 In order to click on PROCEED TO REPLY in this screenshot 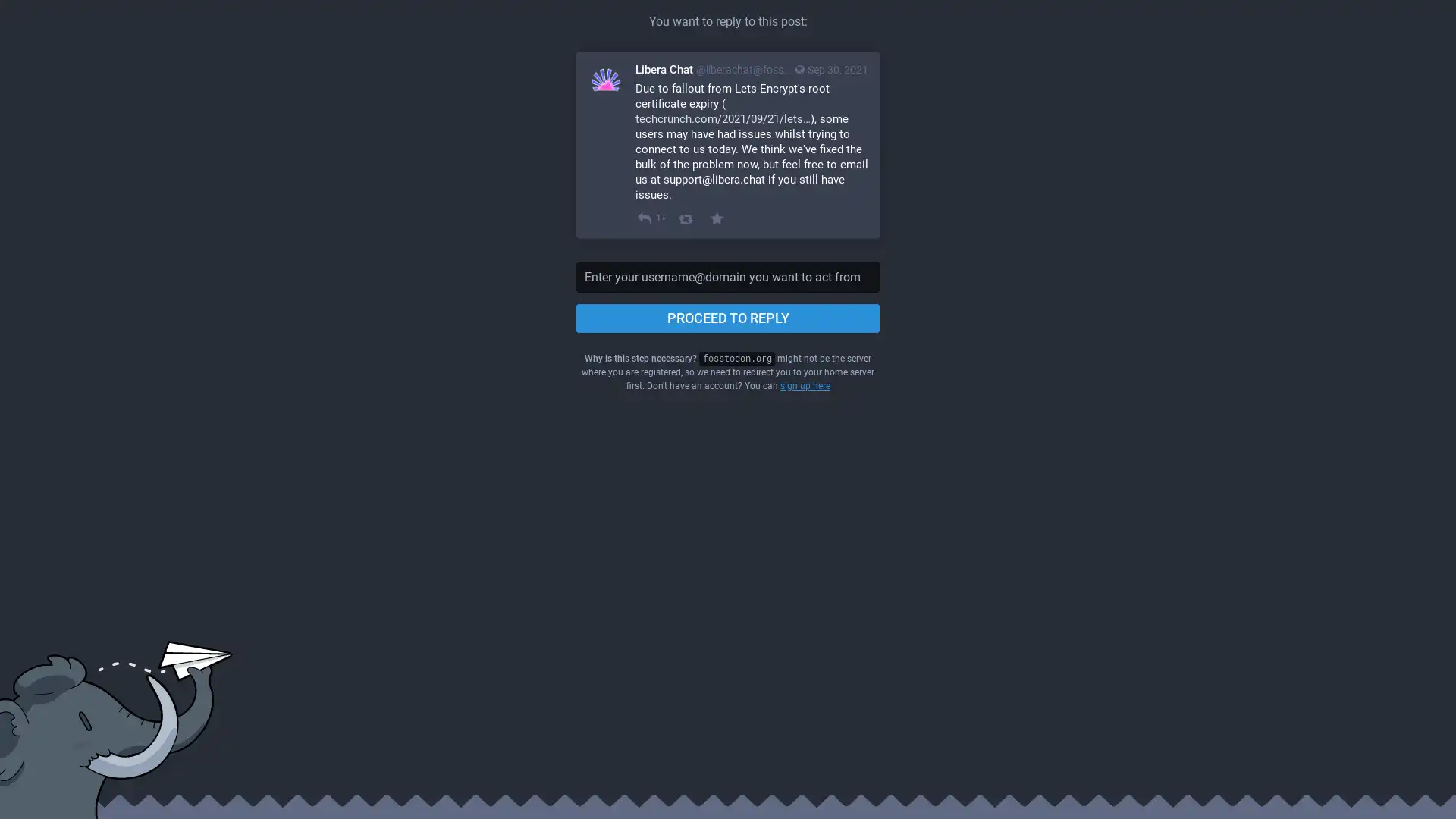, I will do `click(728, 318)`.